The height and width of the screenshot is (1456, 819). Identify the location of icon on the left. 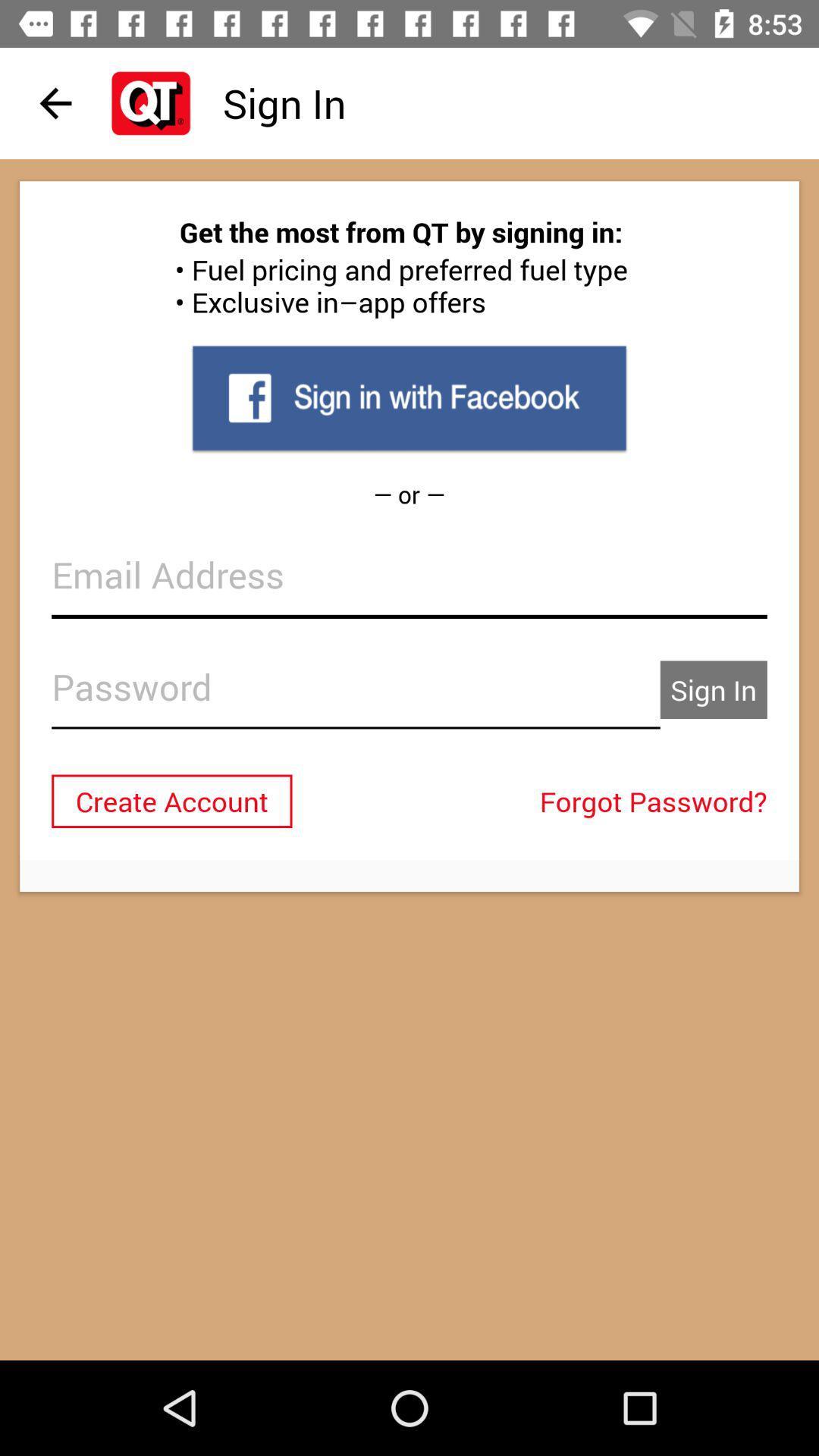
(171, 800).